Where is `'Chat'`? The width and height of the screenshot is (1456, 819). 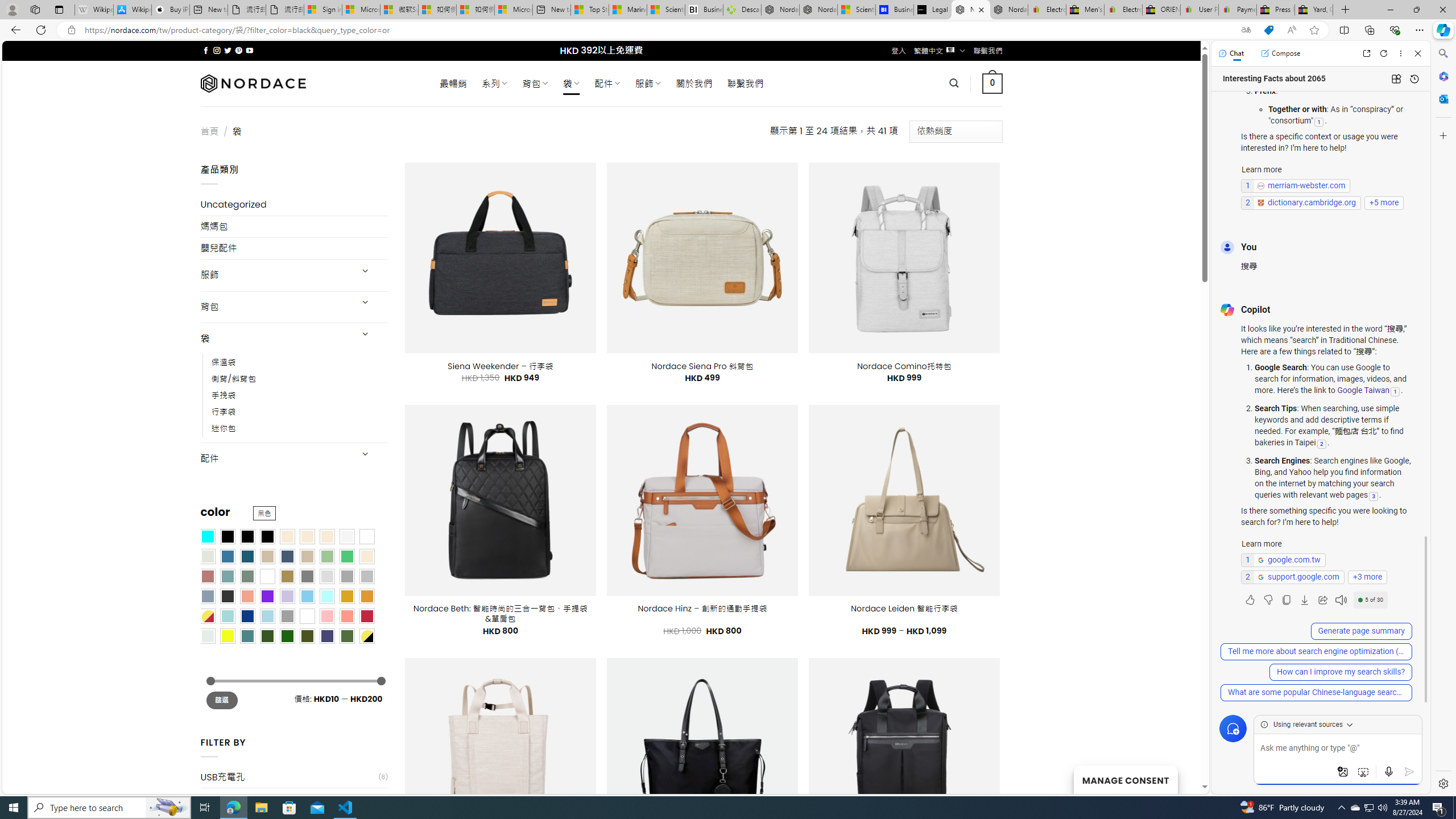
'Chat' is located at coordinates (1231, 52).